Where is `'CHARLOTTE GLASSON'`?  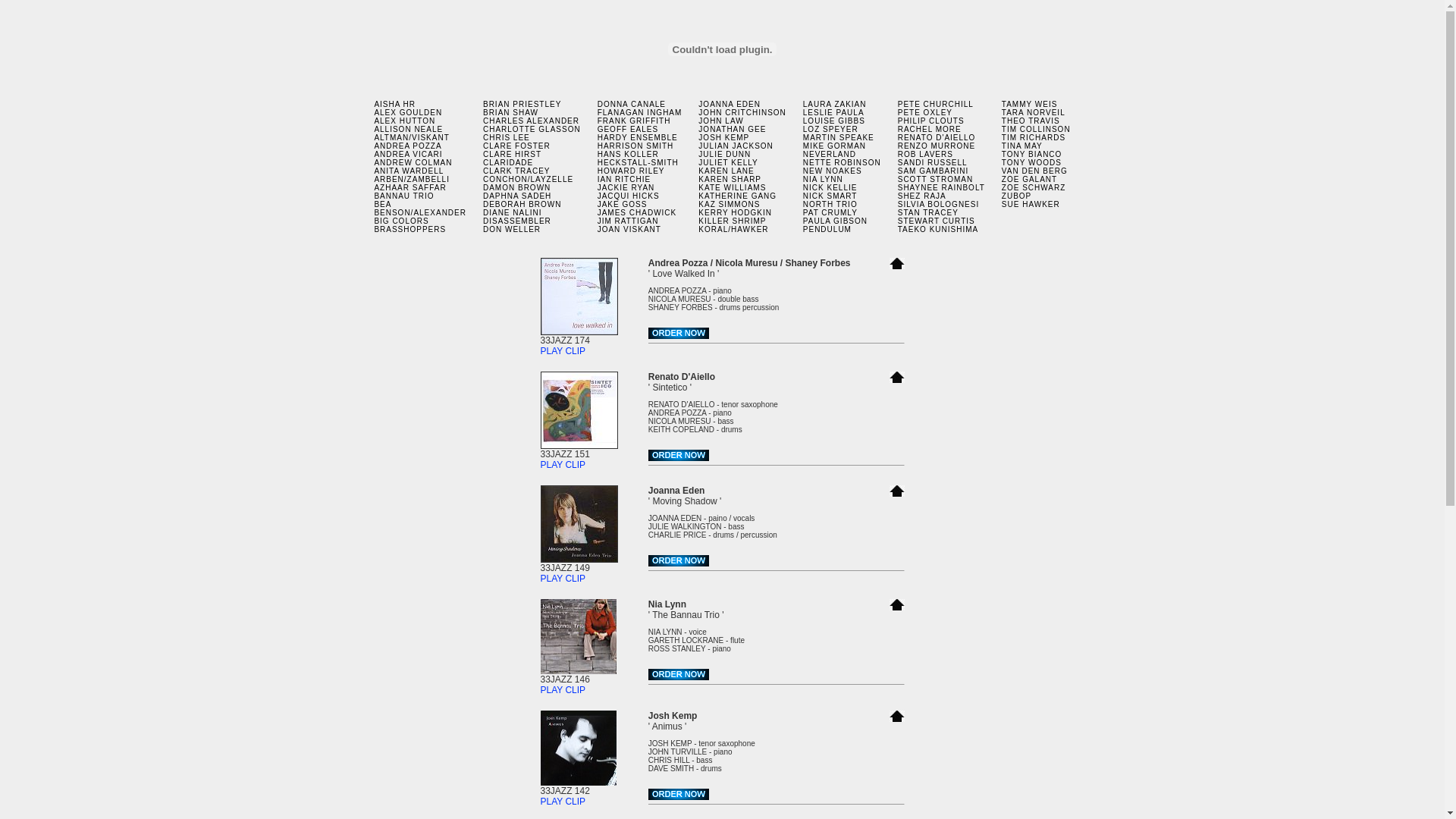 'CHARLOTTE GLASSON' is located at coordinates (482, 128).